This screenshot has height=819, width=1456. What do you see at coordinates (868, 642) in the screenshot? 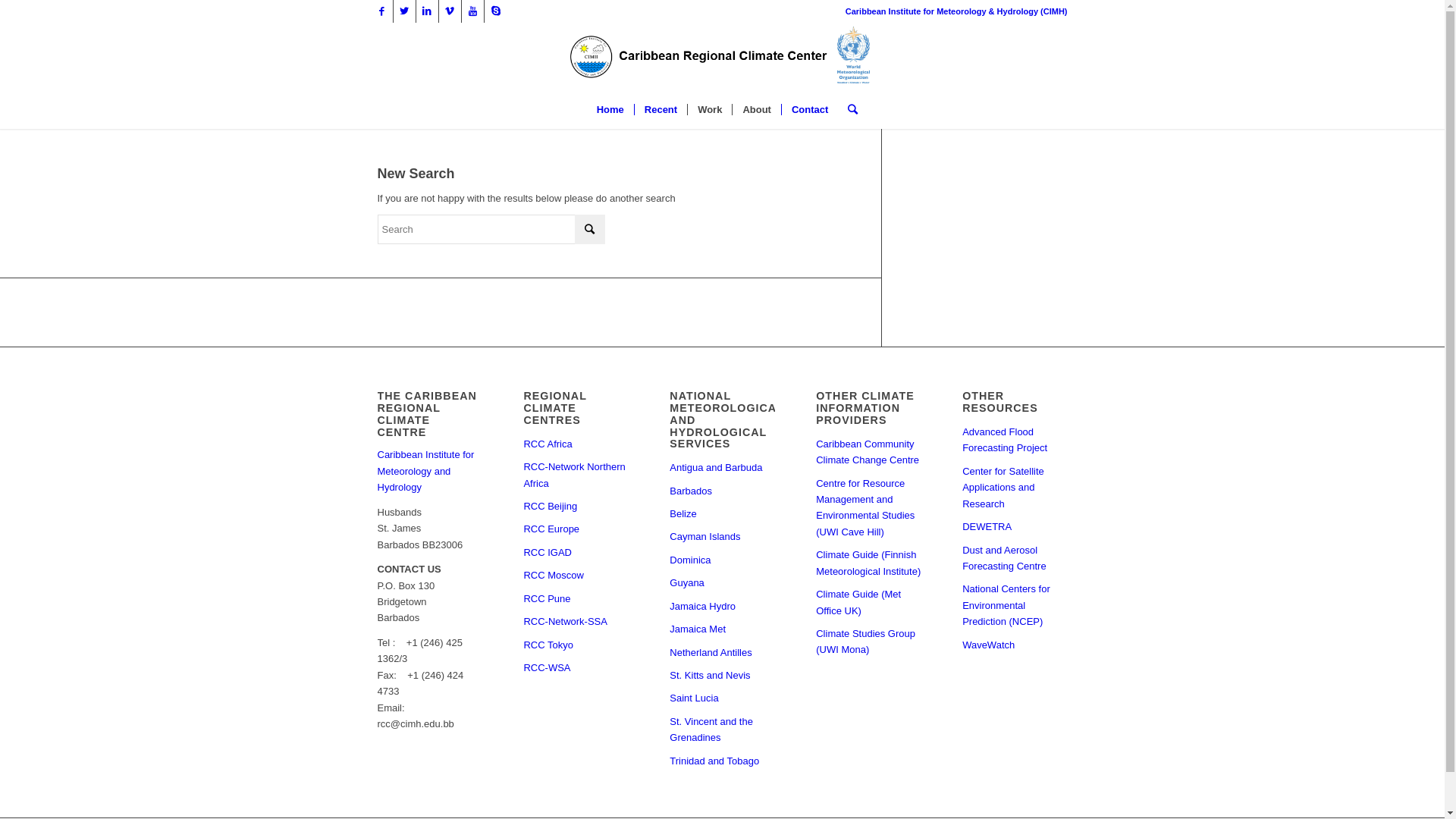
I see `'Climate Studies Group (UWI Mona)'` at bounding box center [868, 642].